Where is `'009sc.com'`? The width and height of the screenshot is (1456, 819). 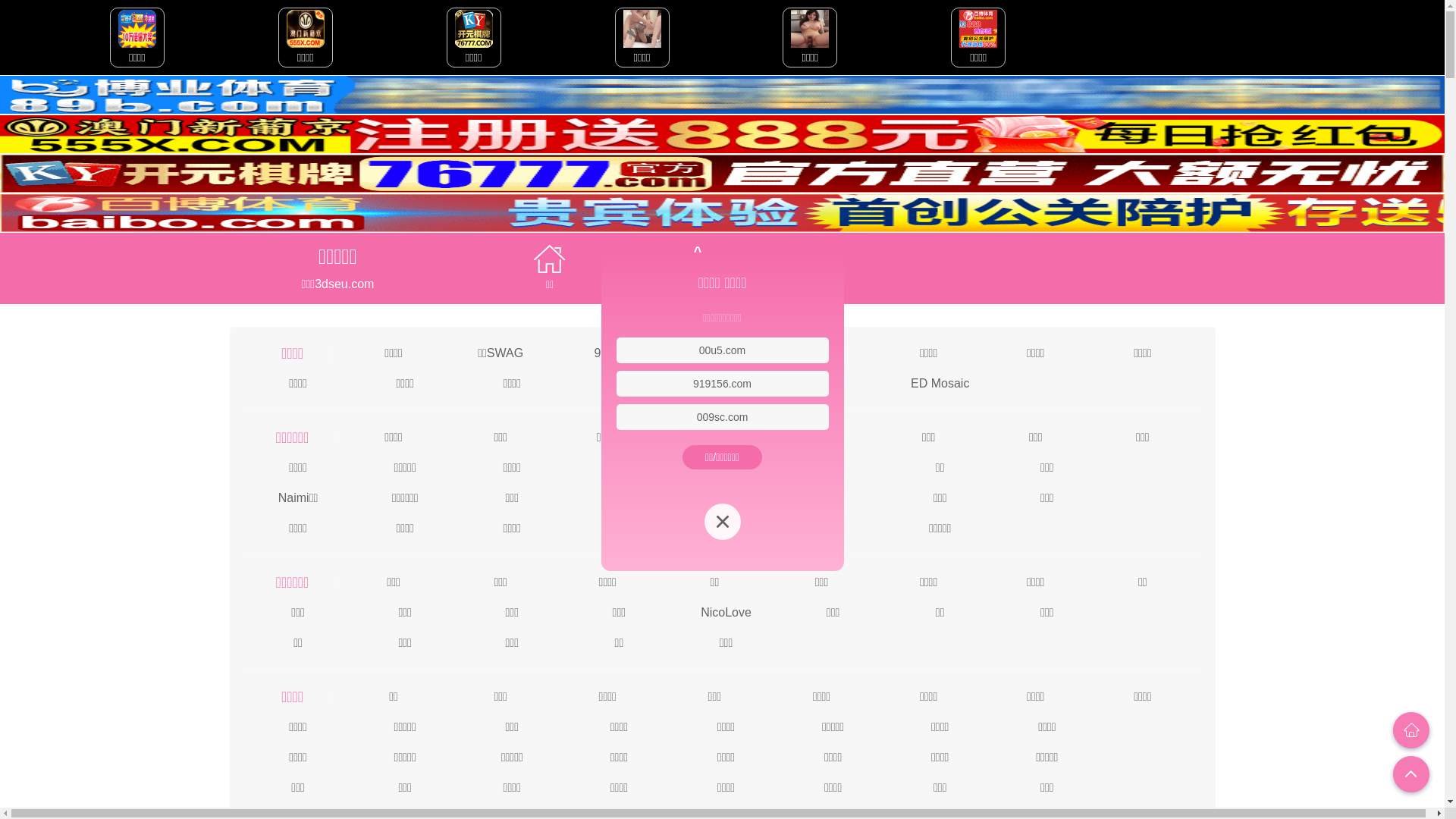
'009sc.com' is located at coordinates (722, 417).